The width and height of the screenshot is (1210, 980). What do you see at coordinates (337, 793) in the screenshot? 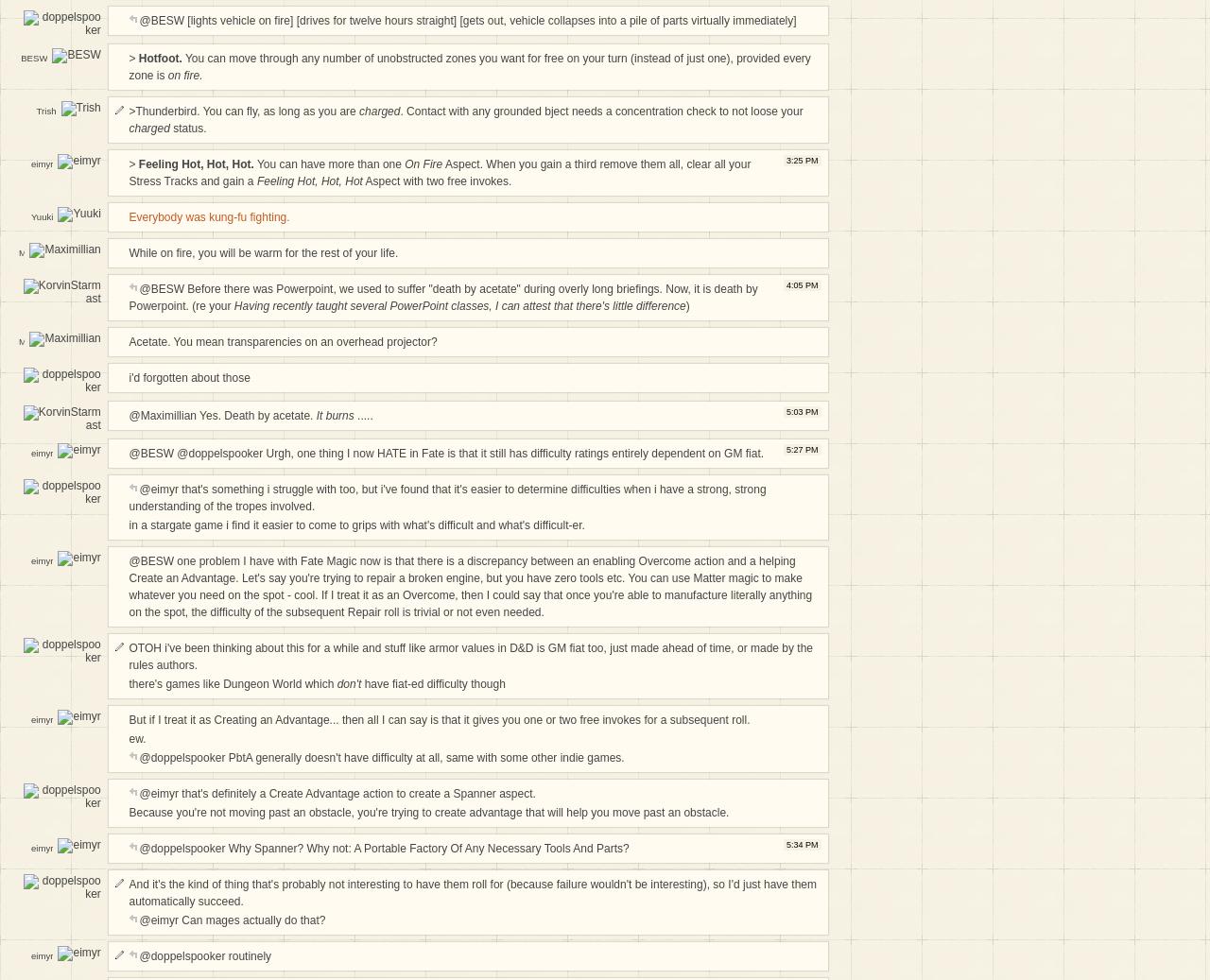
I see `'@eimyr that's definitely a Create Advantage action to create a Spanner aspect.'` at bounding box center [337, 793].